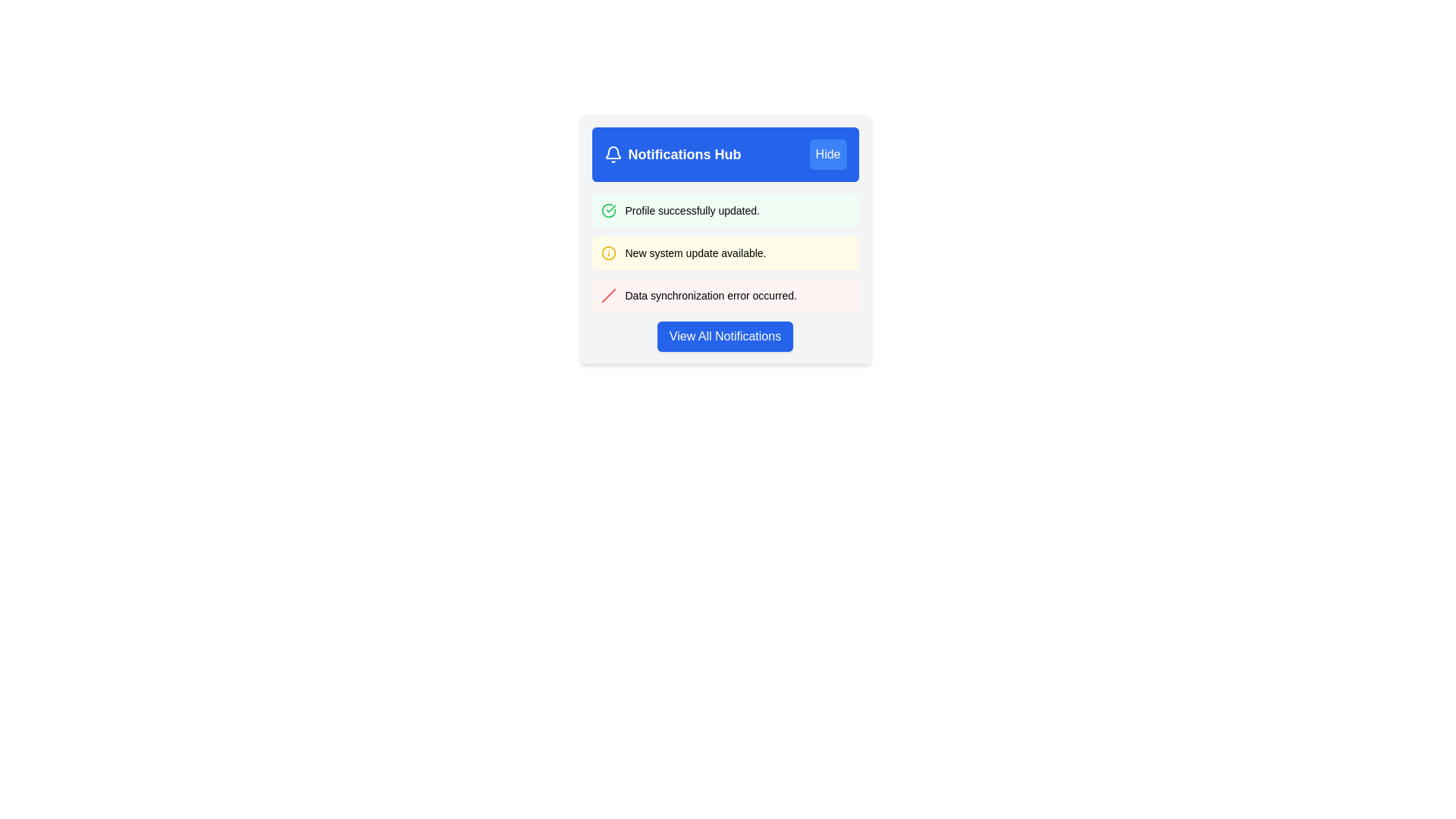  I want to click on error message text displayed in the notification card, which indicates a problem related to data synchronization, so click(710, 295).